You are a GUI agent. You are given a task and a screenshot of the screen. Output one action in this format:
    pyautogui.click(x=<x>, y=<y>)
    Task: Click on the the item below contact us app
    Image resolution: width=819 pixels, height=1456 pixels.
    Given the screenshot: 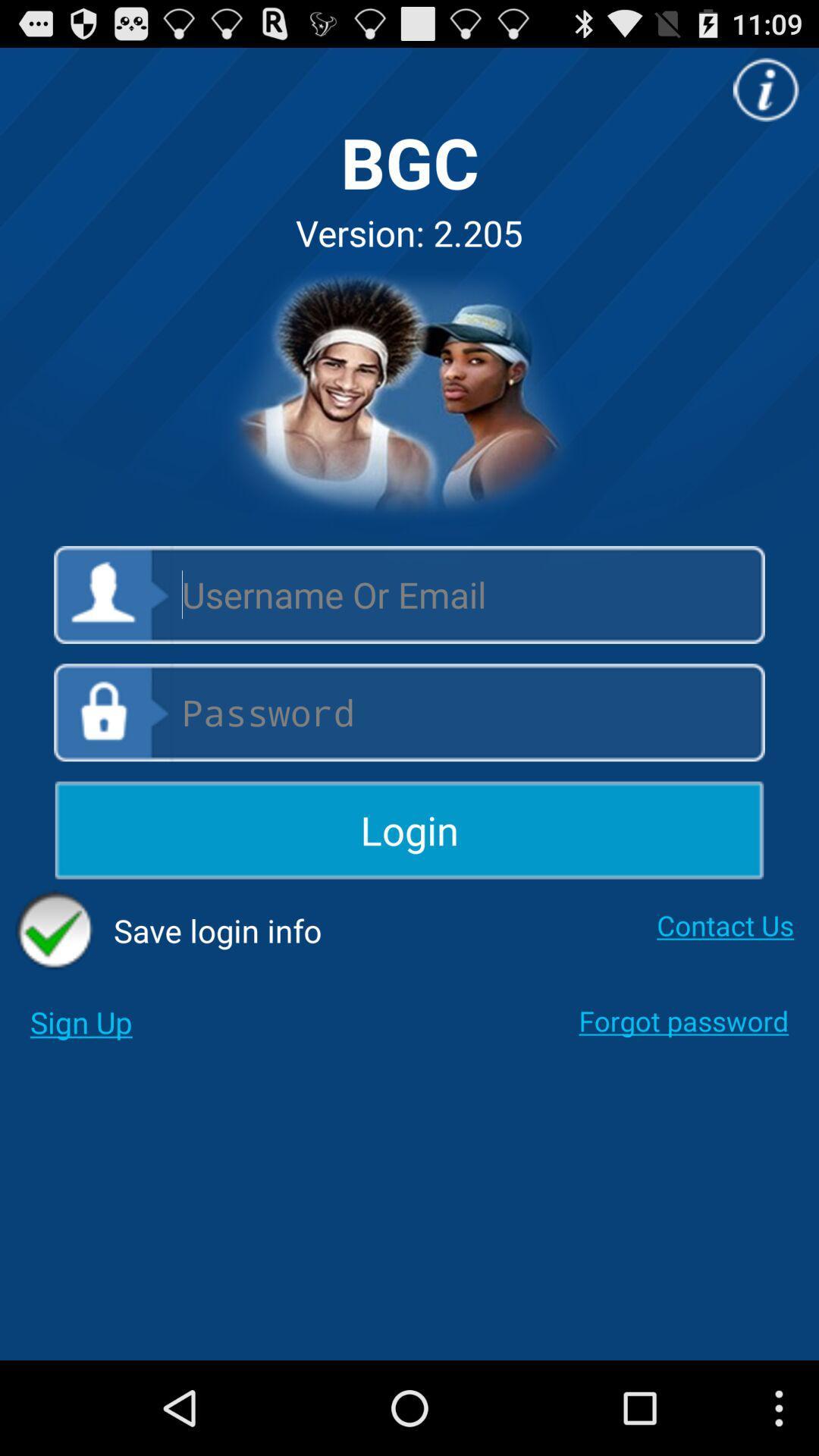 What is the action you would take?
    pyautogui.click(x=683, y=1021)
    